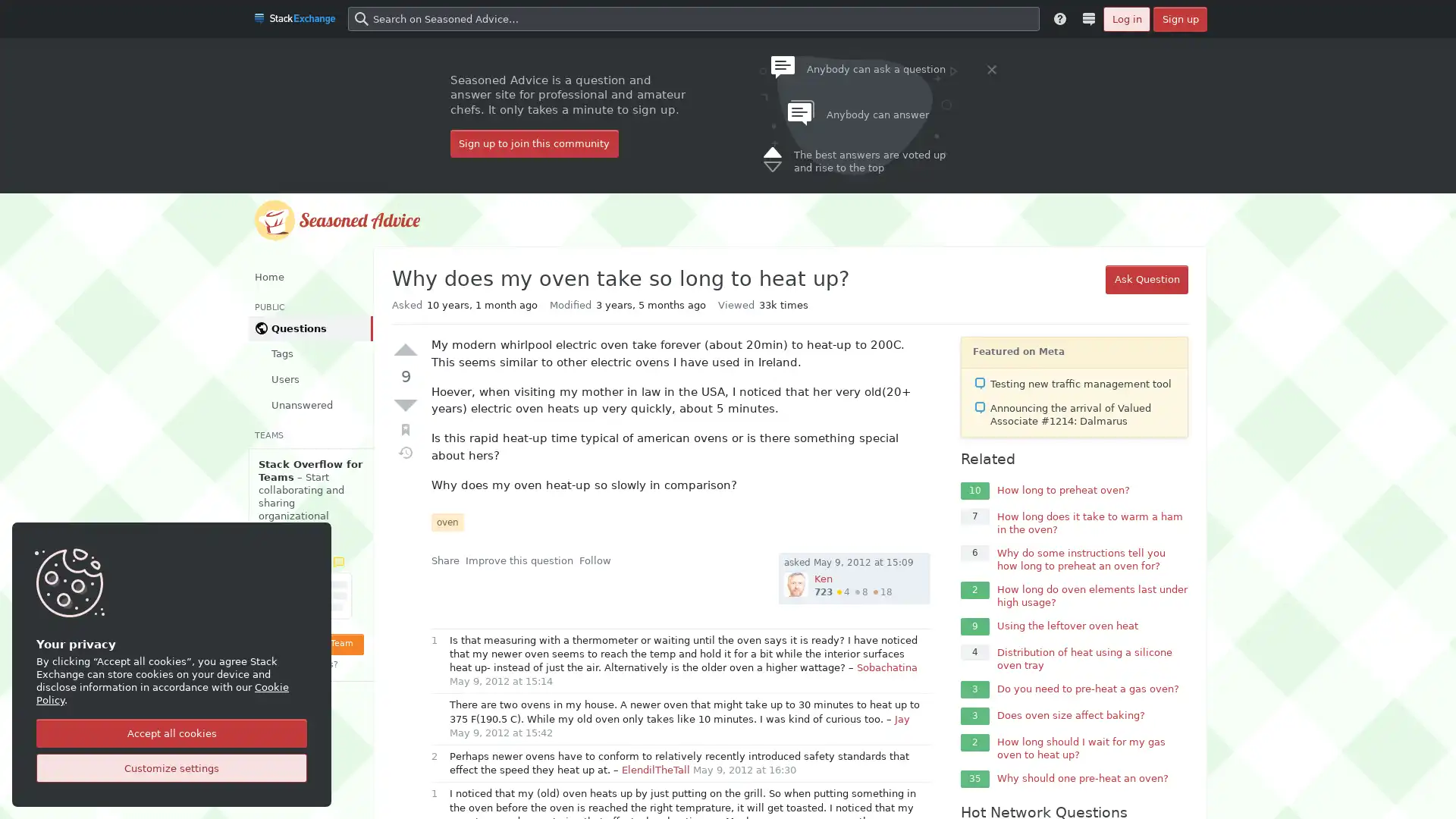  I want to click on Customize settings, so click(171, 768).